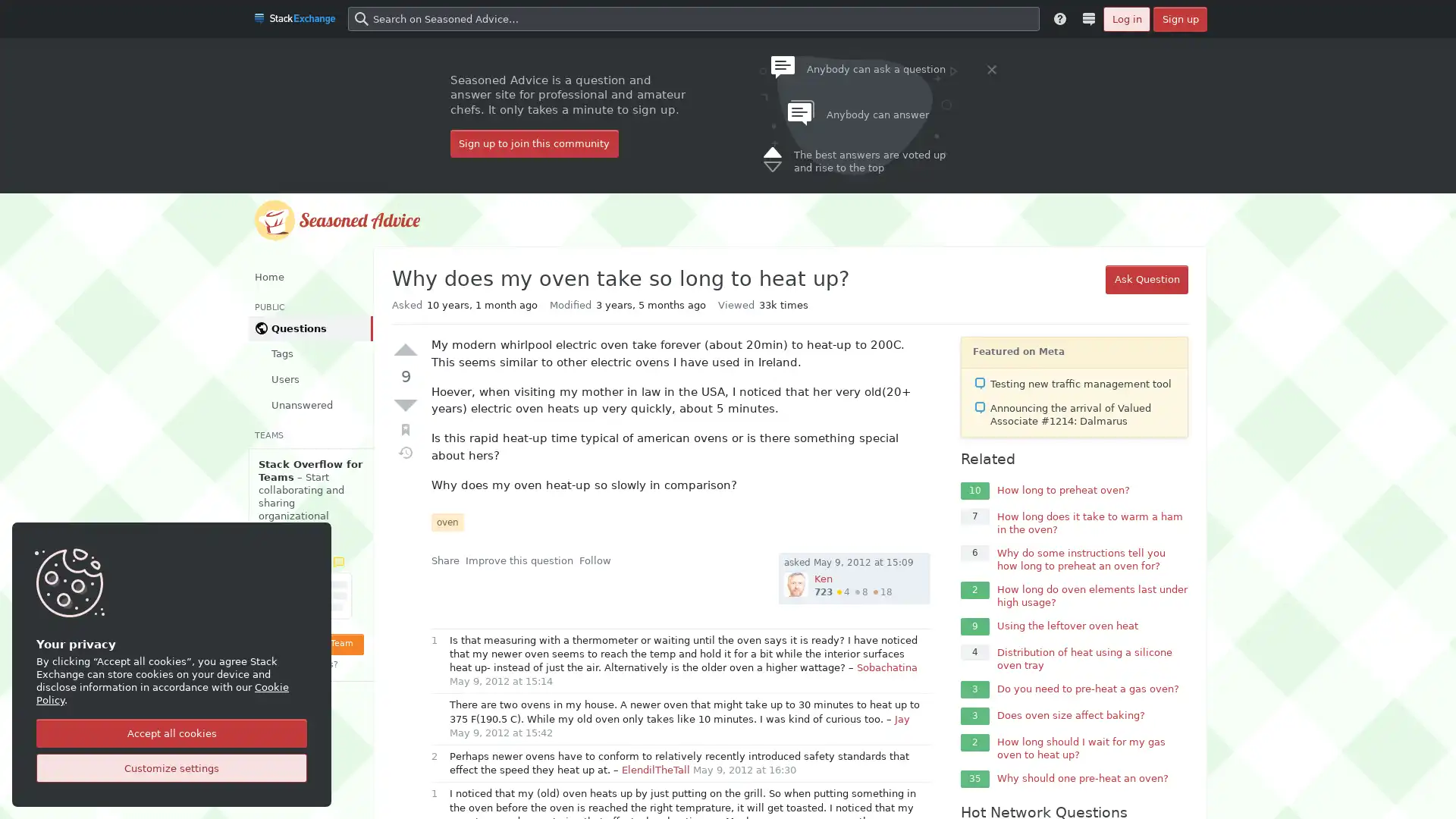  I want to click on Customize settings, so click(171, 768).